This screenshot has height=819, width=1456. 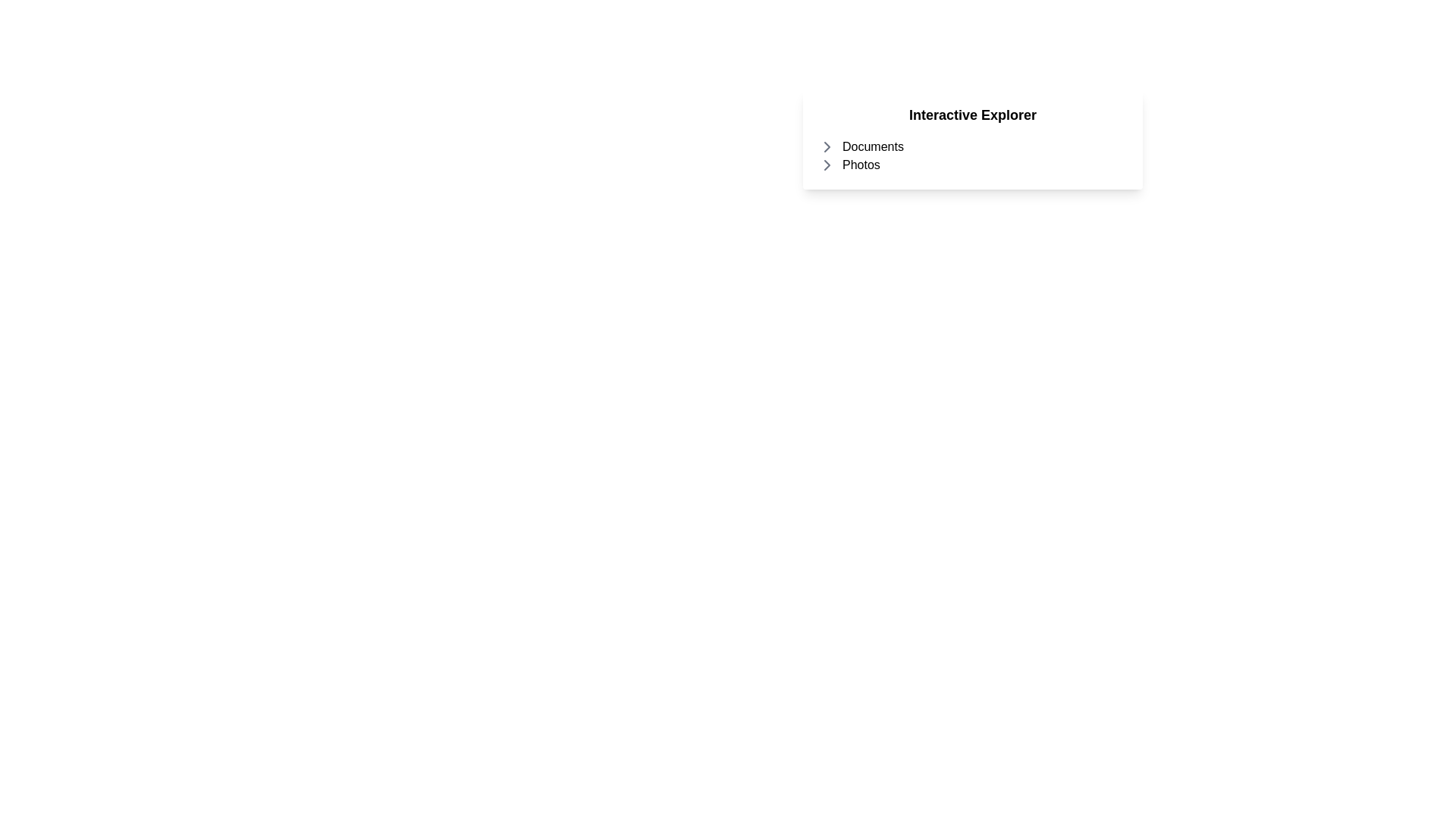 I want to click on text of the 'Photos' category label located beneath the 'Documents' label in the 'Interactive Explorer' panel, so click(x=861, y=165).